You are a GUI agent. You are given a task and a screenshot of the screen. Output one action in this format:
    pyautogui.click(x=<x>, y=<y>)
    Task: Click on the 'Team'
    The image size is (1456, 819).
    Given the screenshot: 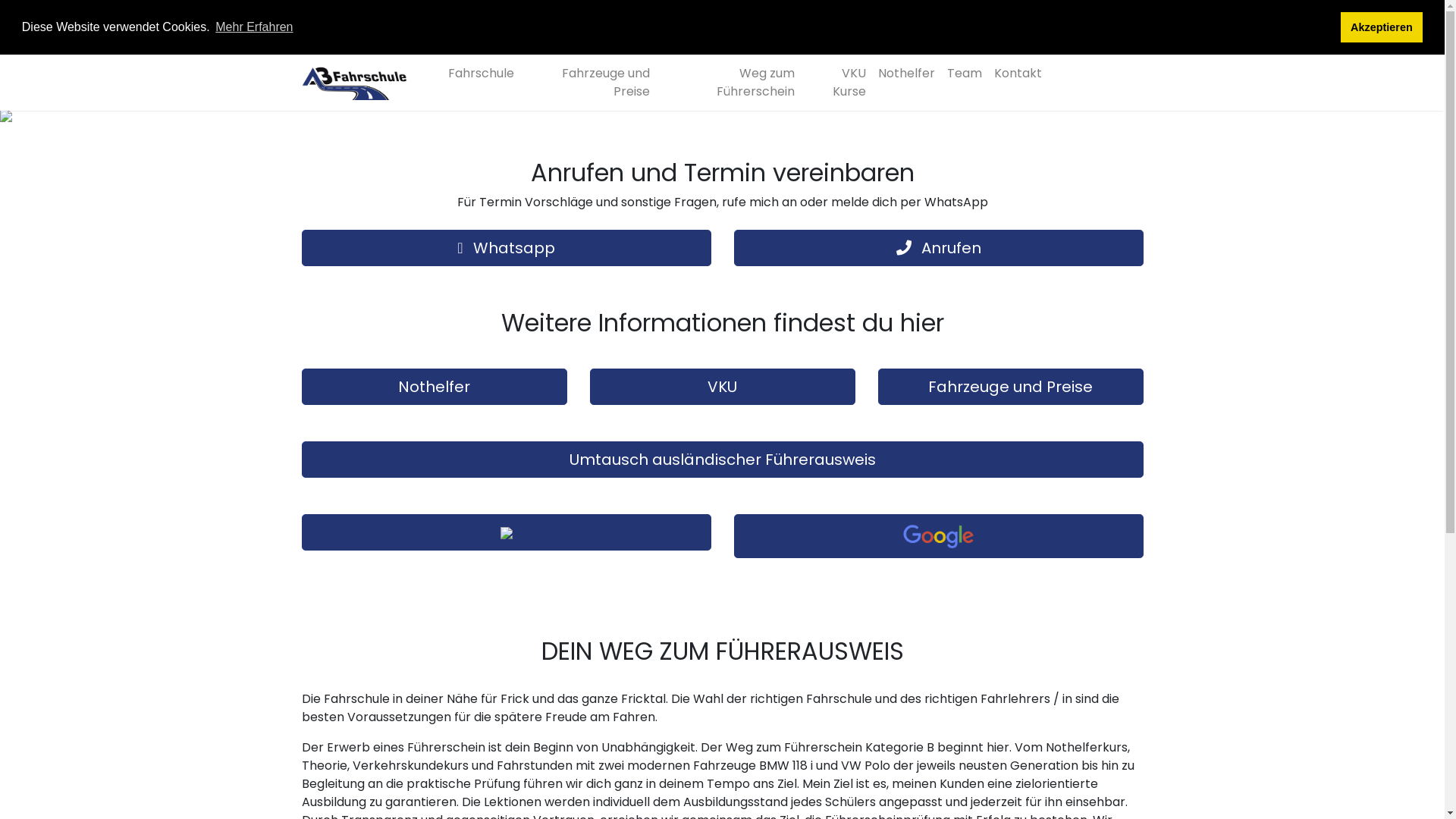 What is the action you would take?
    pyautogui.click(x=963, y=73)
    